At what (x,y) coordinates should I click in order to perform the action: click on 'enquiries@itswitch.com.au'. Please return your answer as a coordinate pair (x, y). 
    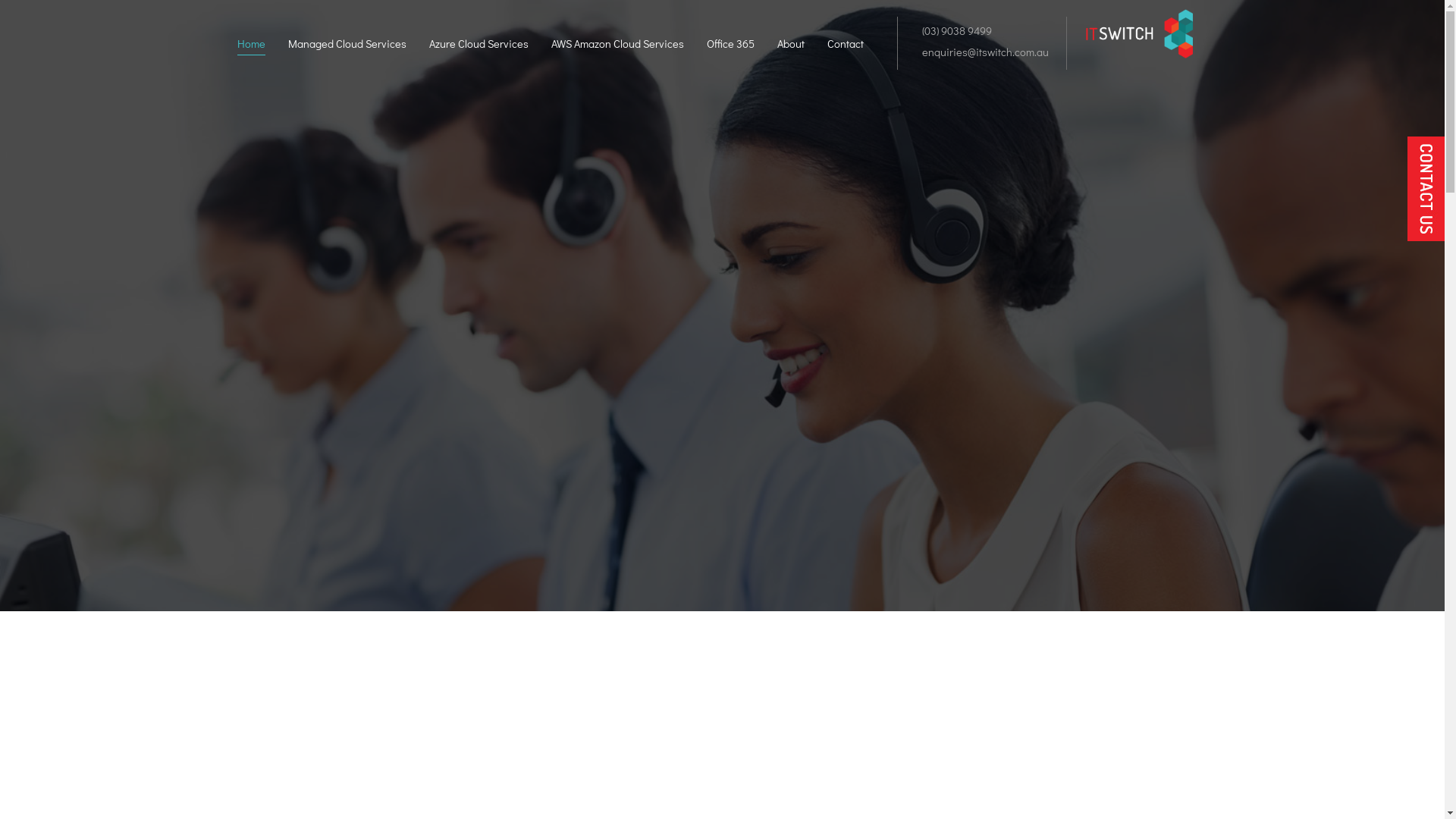
    Looking at the image, I should click on (982, 51).